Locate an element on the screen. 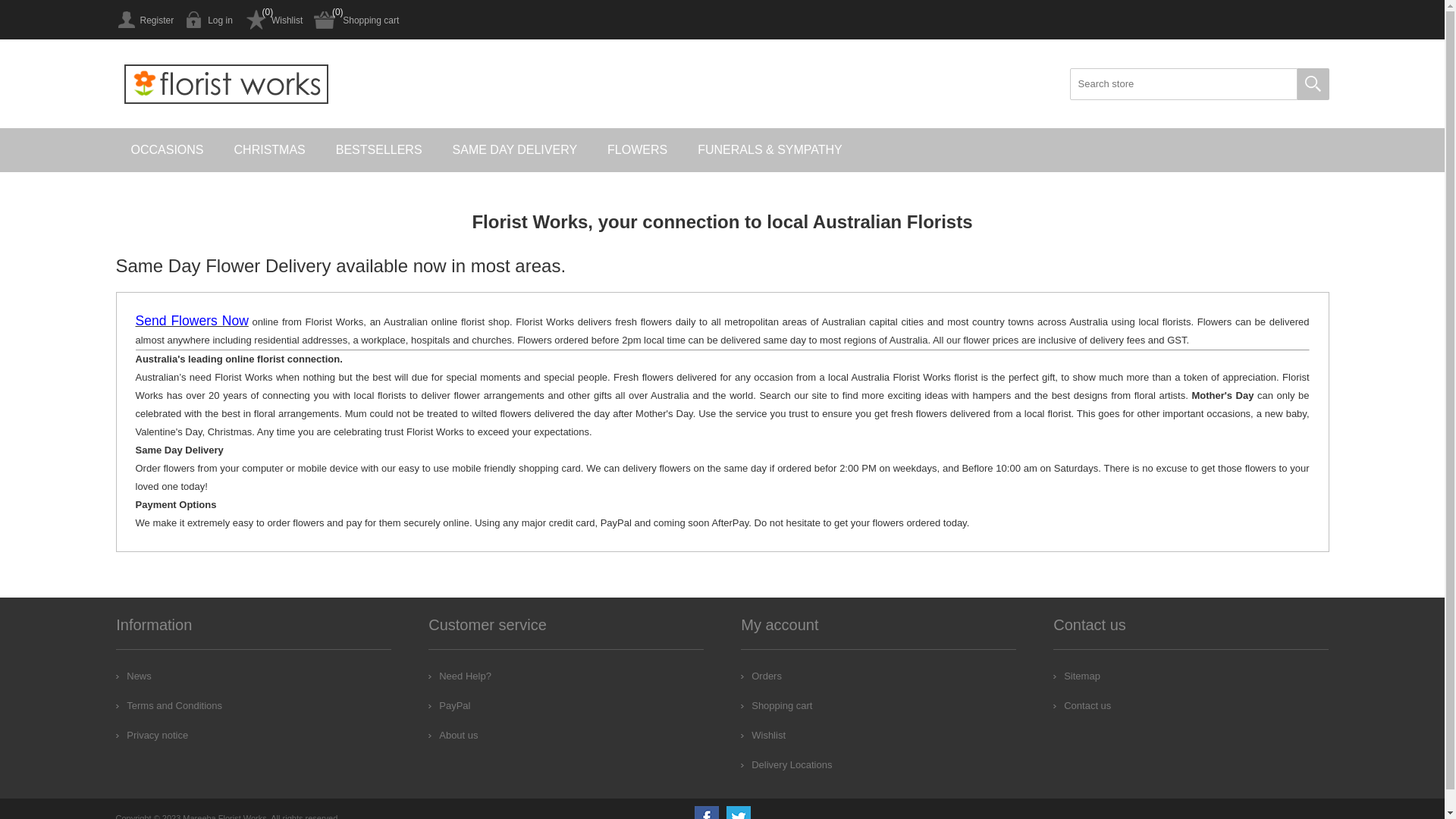 This screenshot has width=1456, height=819. 'Wishlist' is located at coordinates (243, 20).